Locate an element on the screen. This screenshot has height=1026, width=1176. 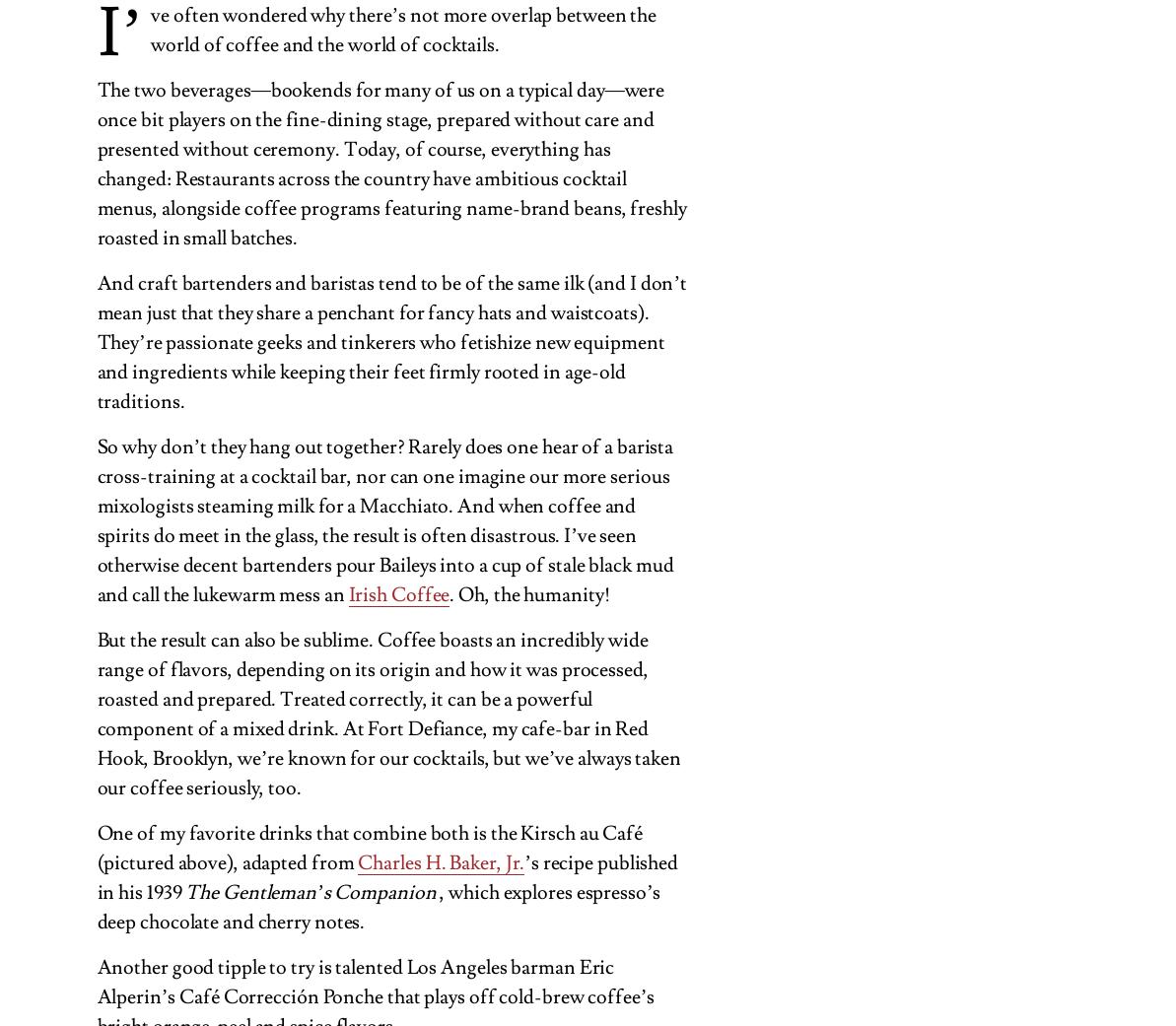
'’s recipe published in his 1939' is located at coordinates (385, 875).